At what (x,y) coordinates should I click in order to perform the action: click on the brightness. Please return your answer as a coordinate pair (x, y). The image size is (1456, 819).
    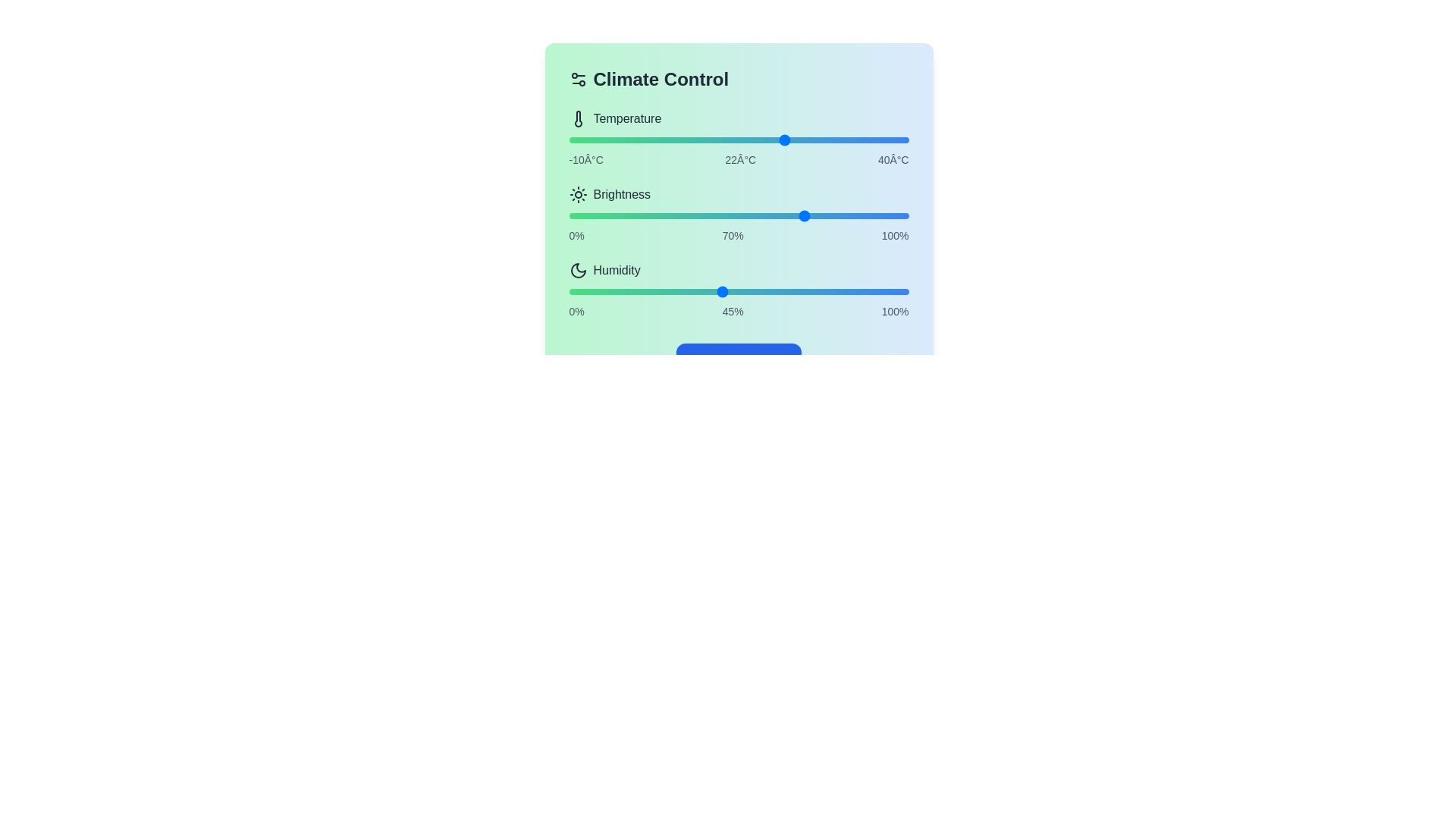
    Looking at the image, I should click on (582, 216).